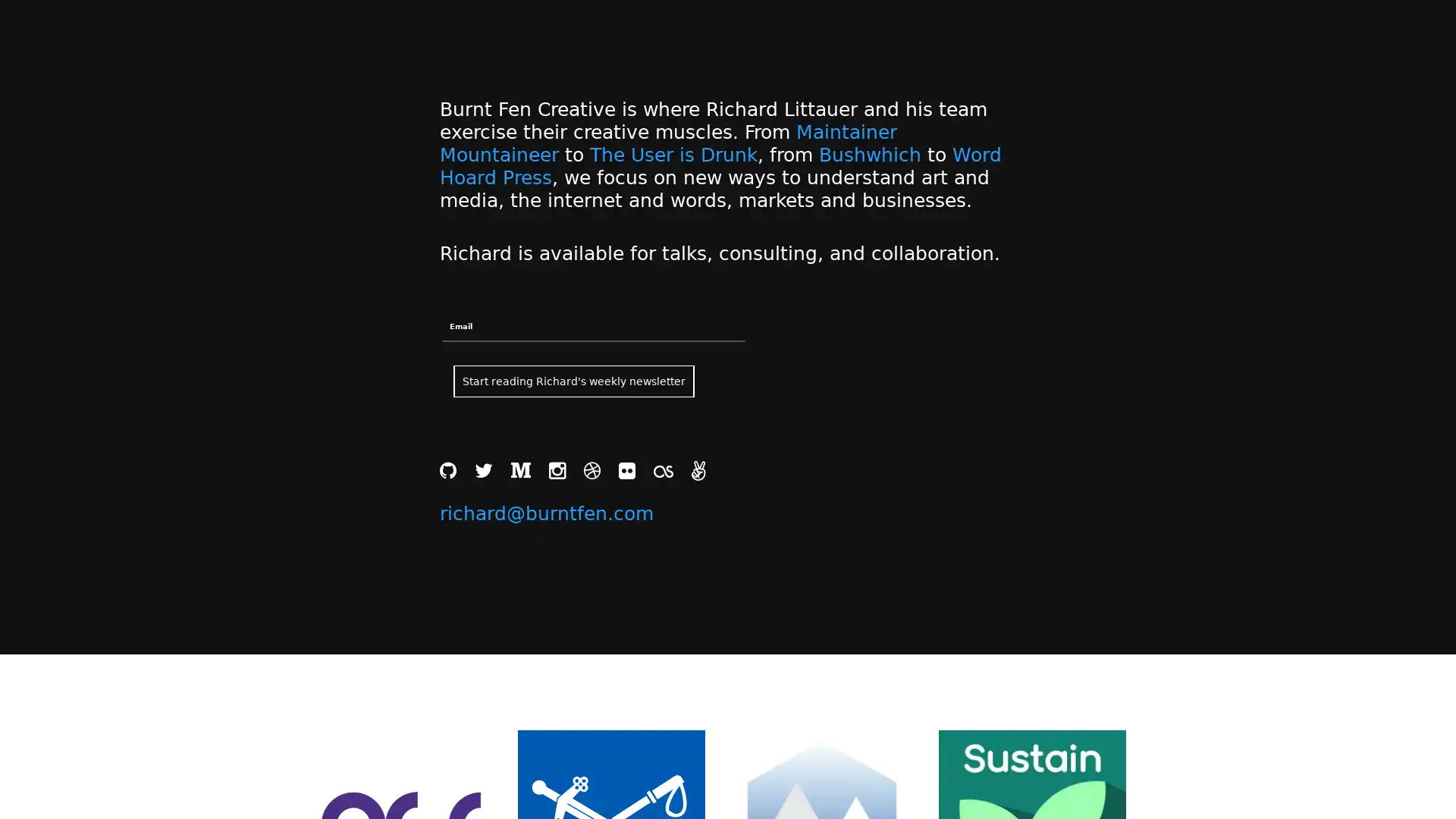 The height and width of the screenshot is (819, 1456). I want to click on Start reading Richard's weekly newsletter, so click(573, 380).